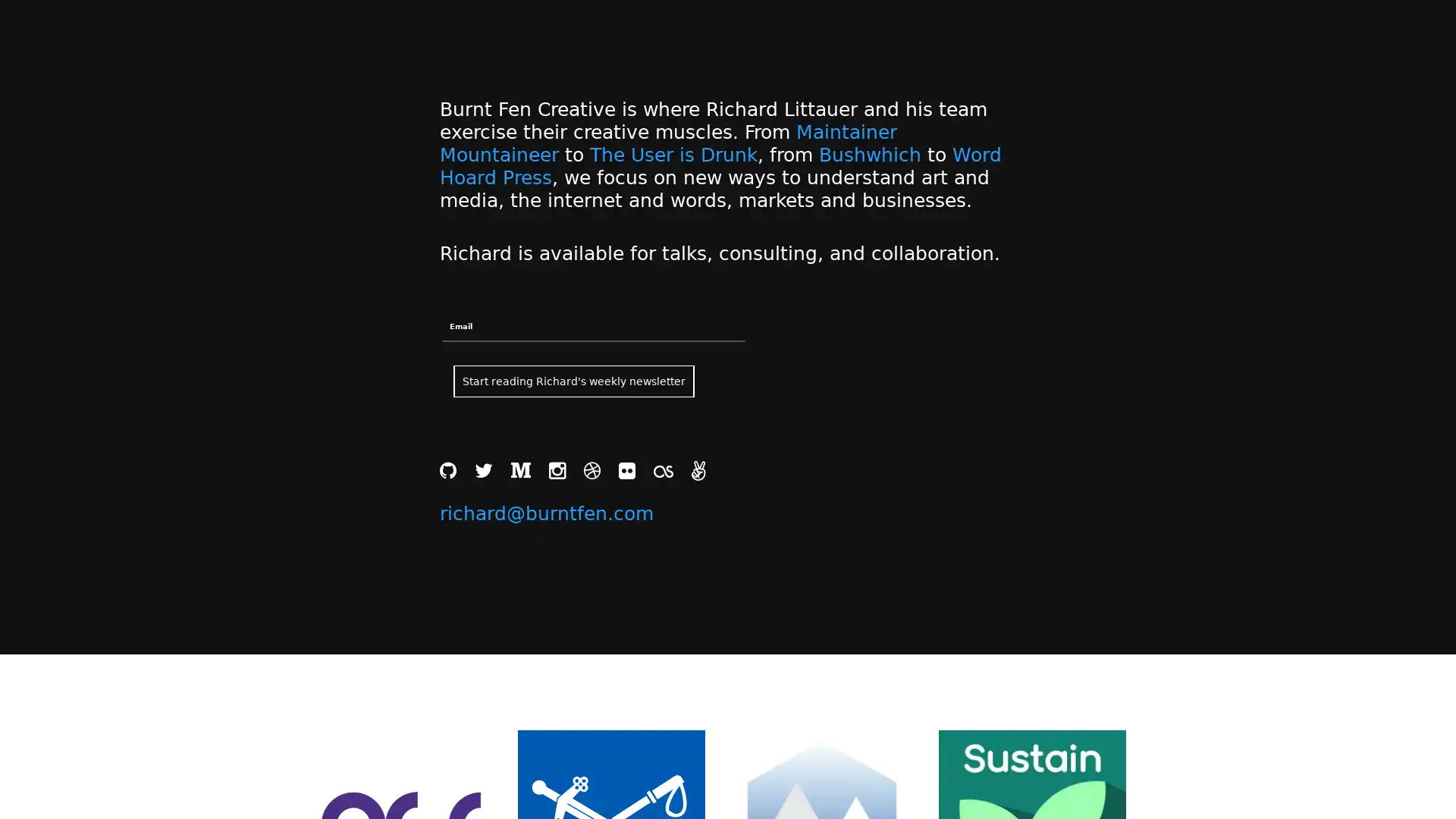 The height and width of the screenshot is (819, 1456). I want to click on Start reading Richard's weekly newsletter, so click(573, 380).